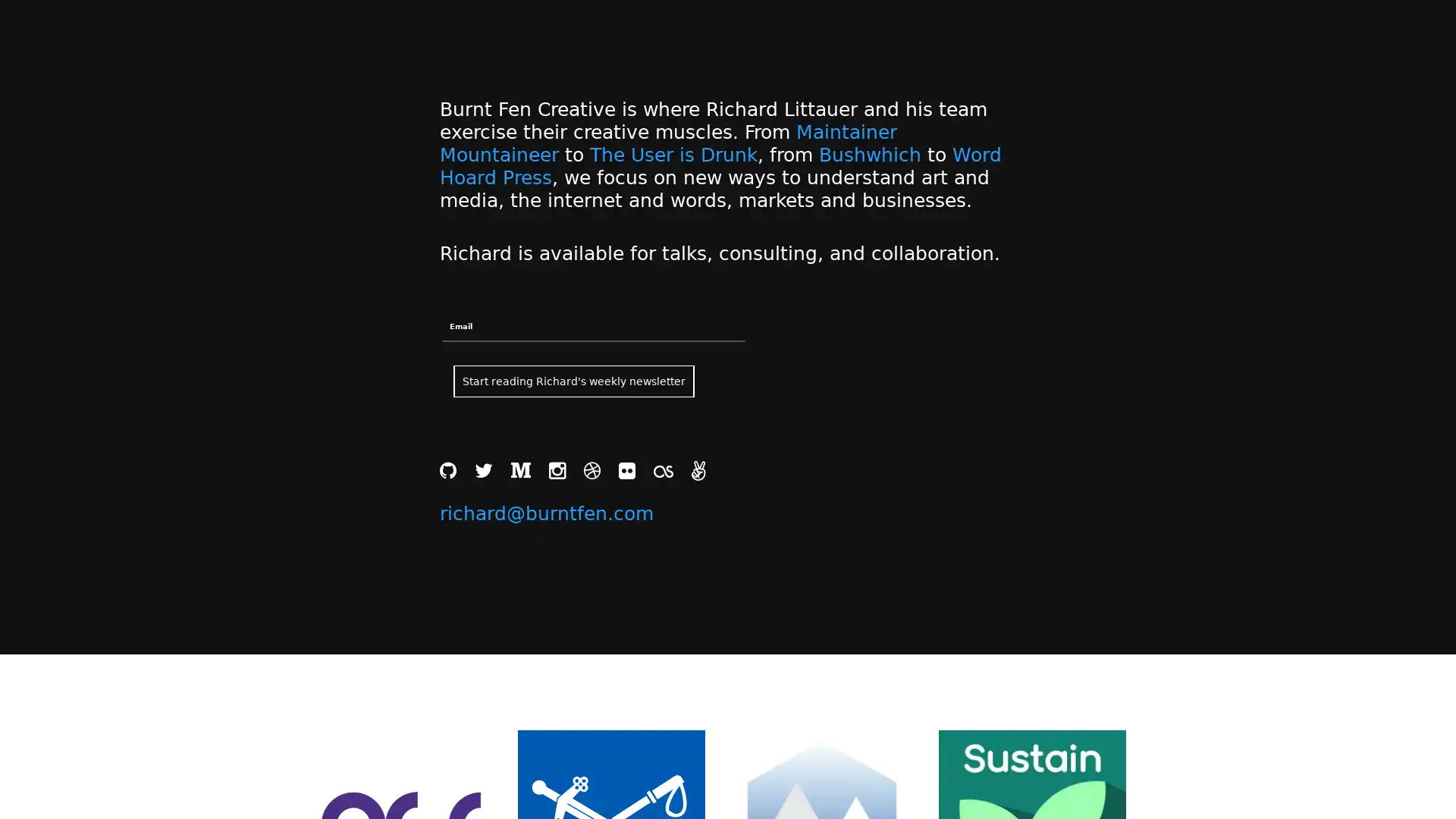 The height and width of the screenshot is (819, 1456). I want to click on Start reading Richard's weekly newsletter, so click(573, 380).